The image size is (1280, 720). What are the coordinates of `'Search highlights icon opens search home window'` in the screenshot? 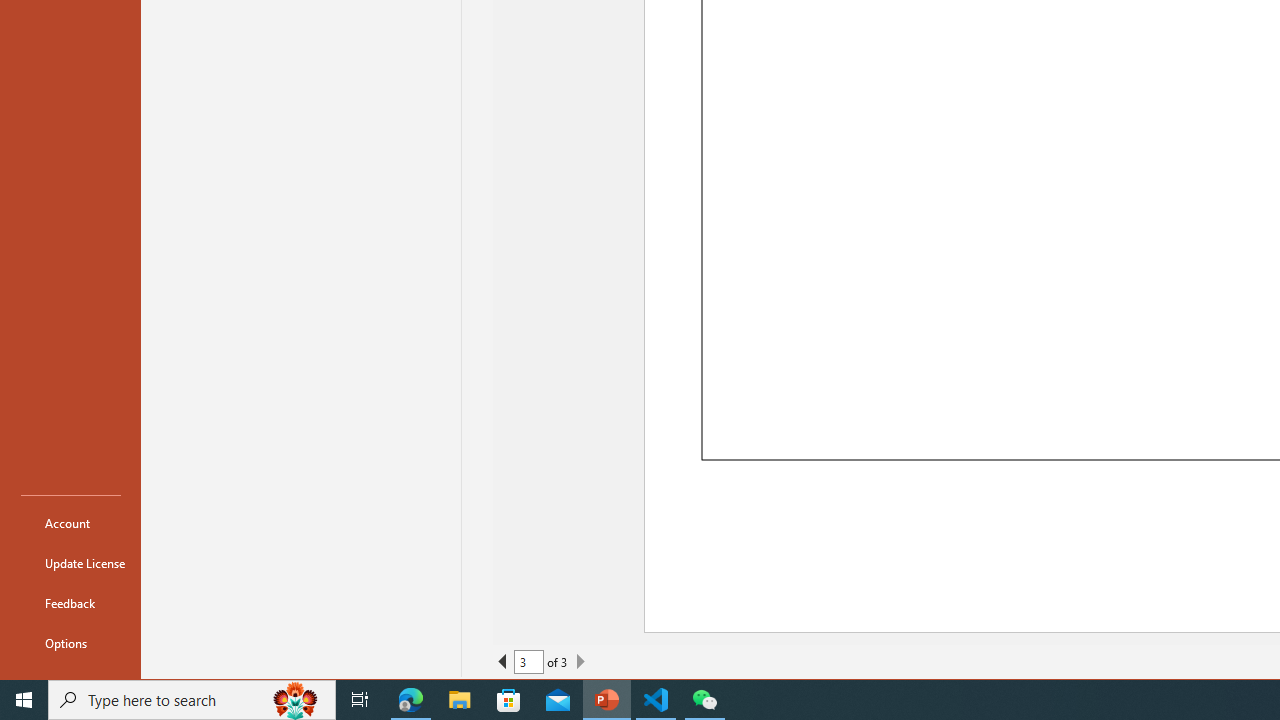 It's located at (294, 698).